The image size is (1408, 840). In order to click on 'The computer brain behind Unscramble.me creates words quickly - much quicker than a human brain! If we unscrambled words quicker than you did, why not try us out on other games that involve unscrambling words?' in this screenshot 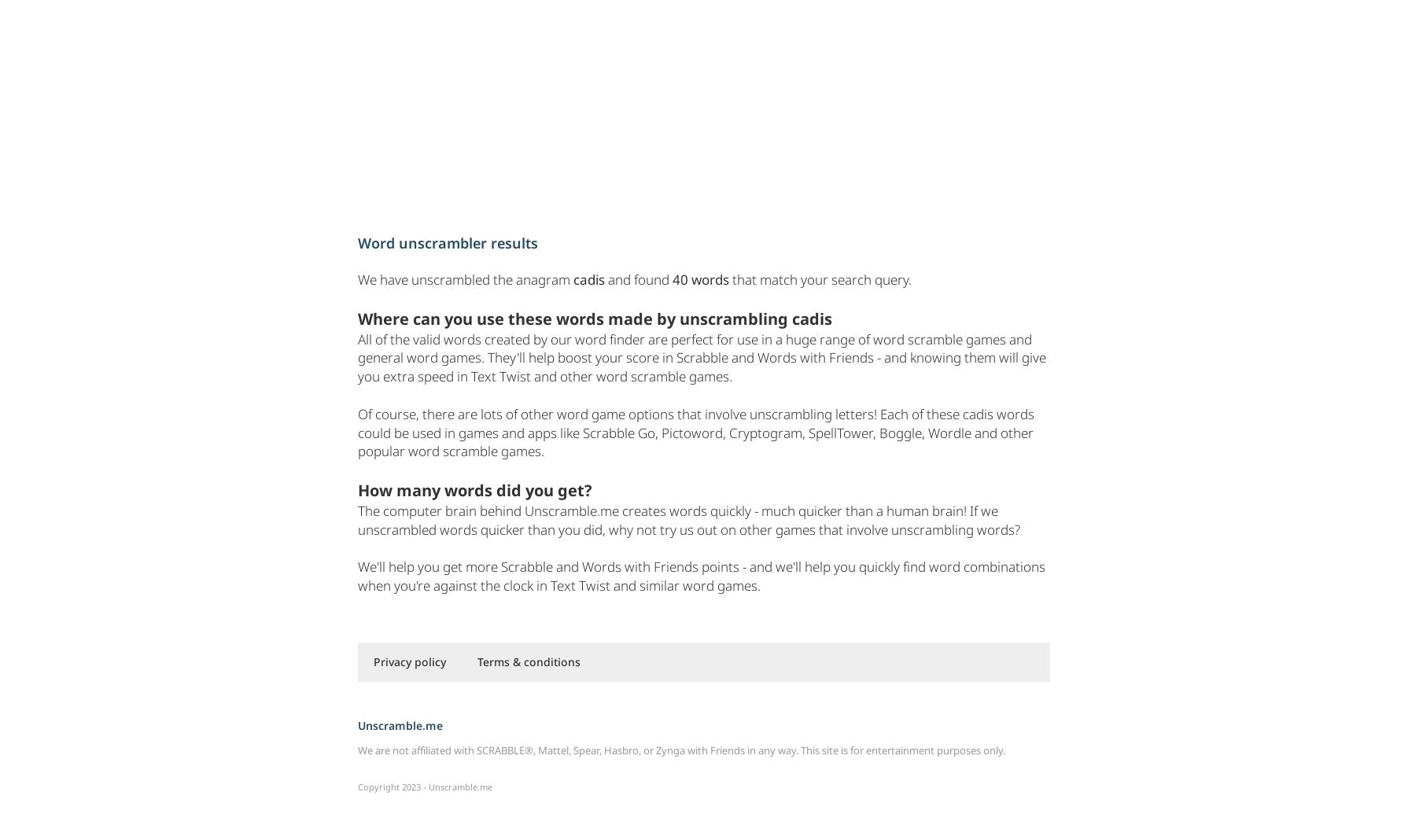, I will do `click(688, 518)`.